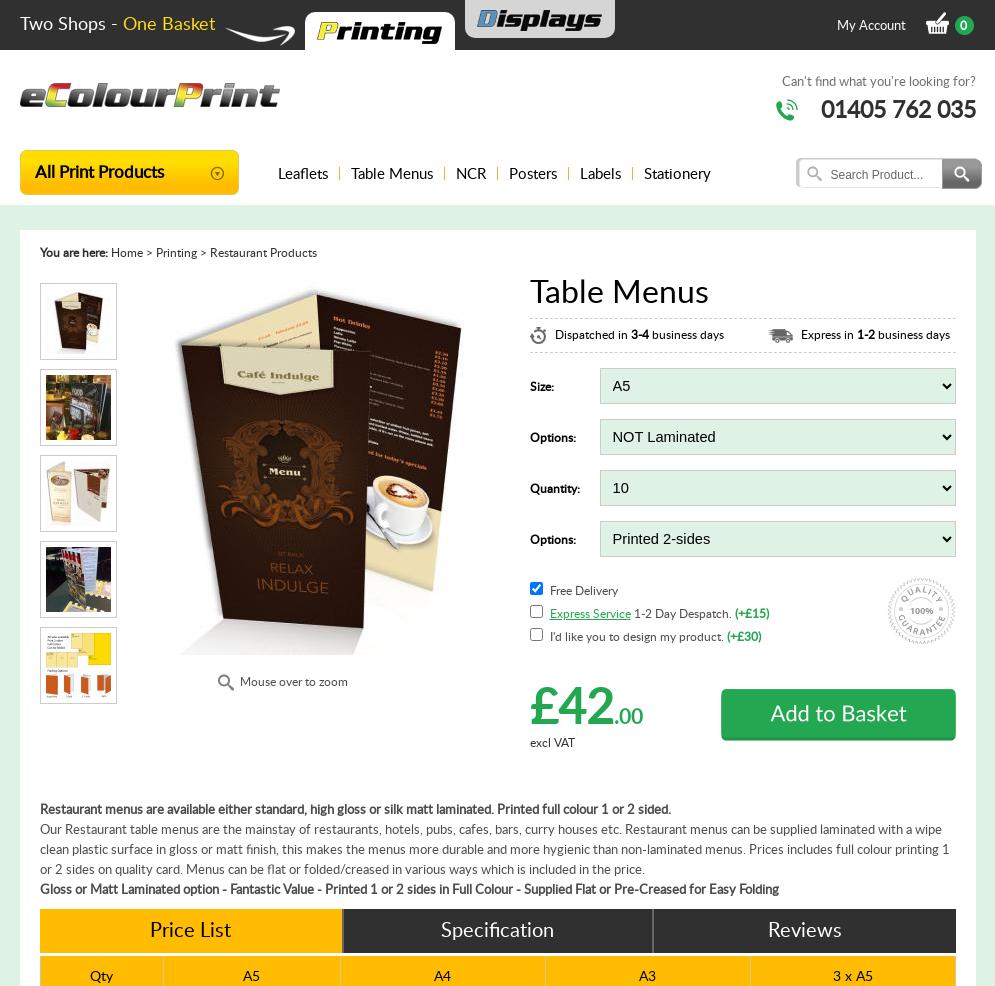 The width and height of the screenshot is (995, 986). I want to click on 'Price List', so click(190, 929).